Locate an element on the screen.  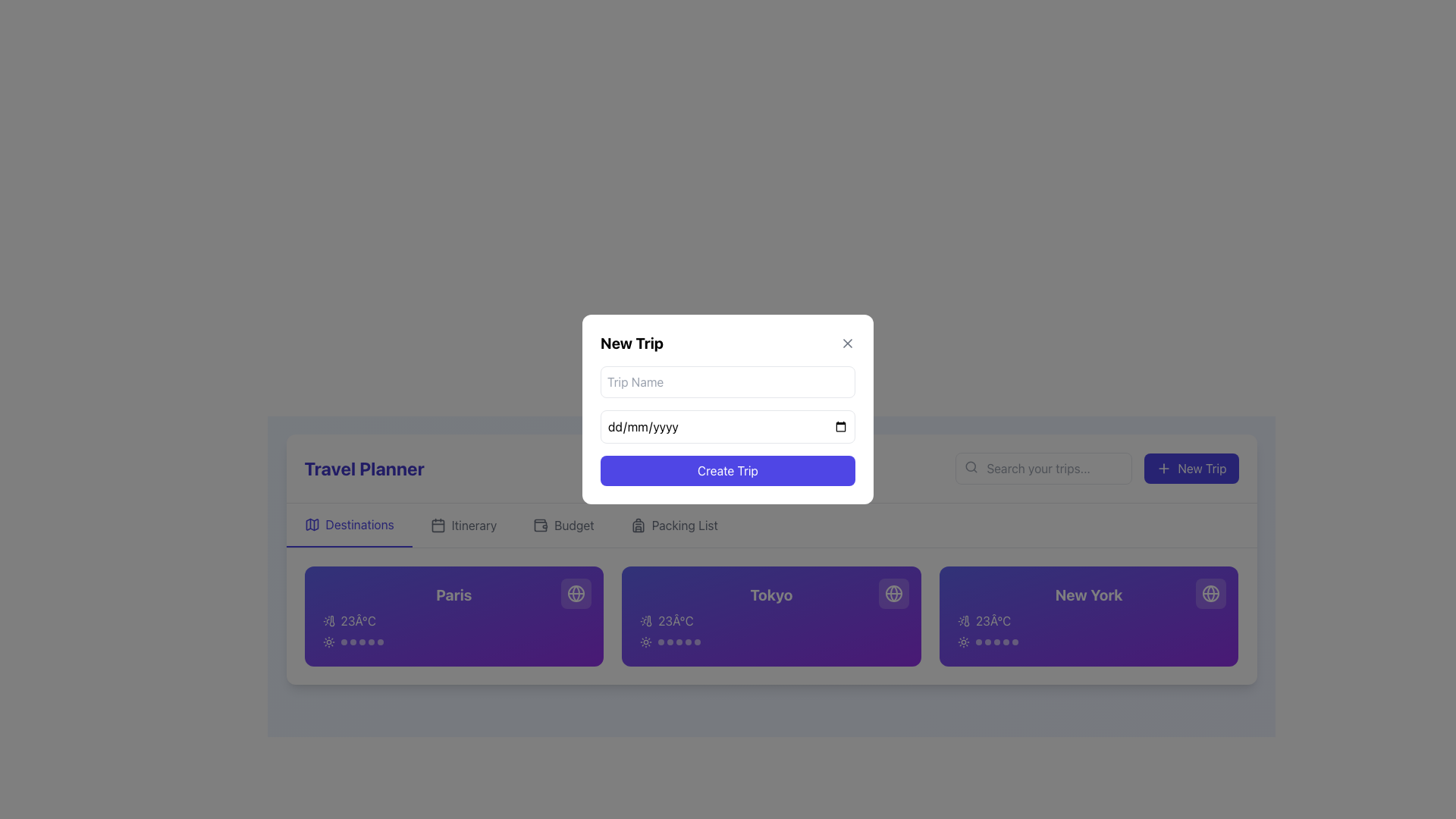
the second button in the horizontal navigation menu is located at coordinates (463, 525).